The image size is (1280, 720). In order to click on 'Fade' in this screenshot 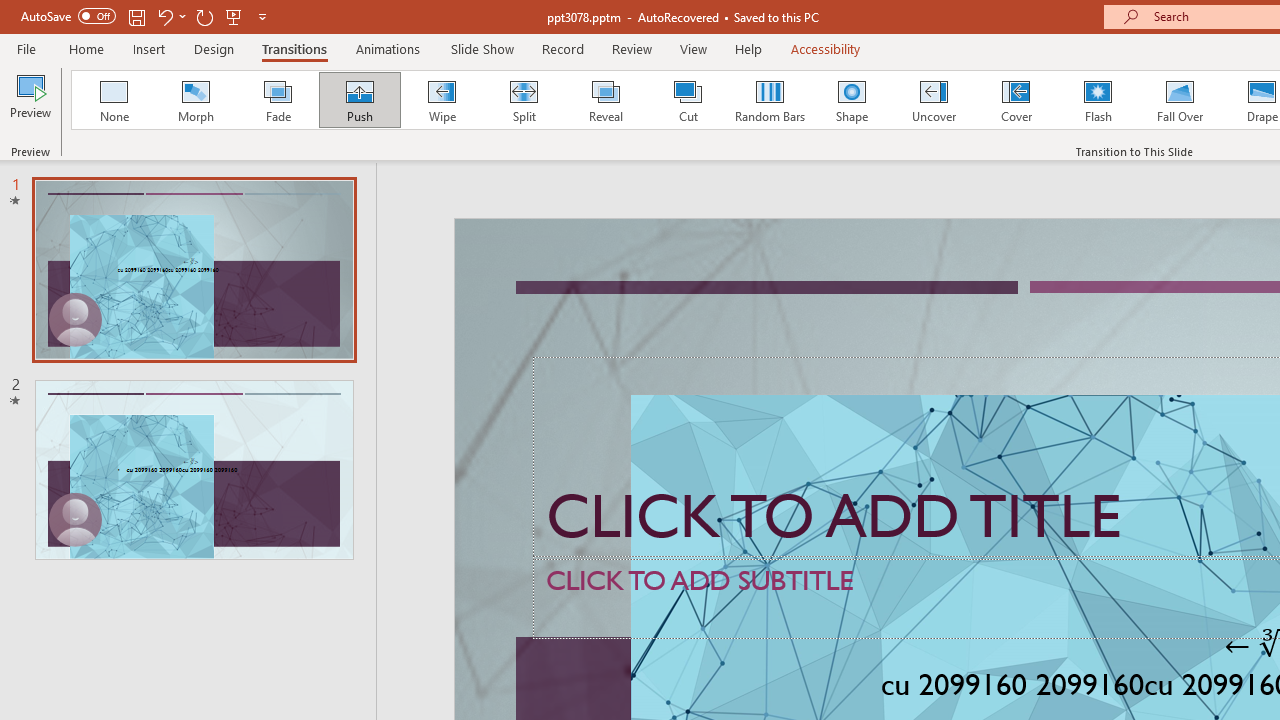, I will do `click(276, 100)`.